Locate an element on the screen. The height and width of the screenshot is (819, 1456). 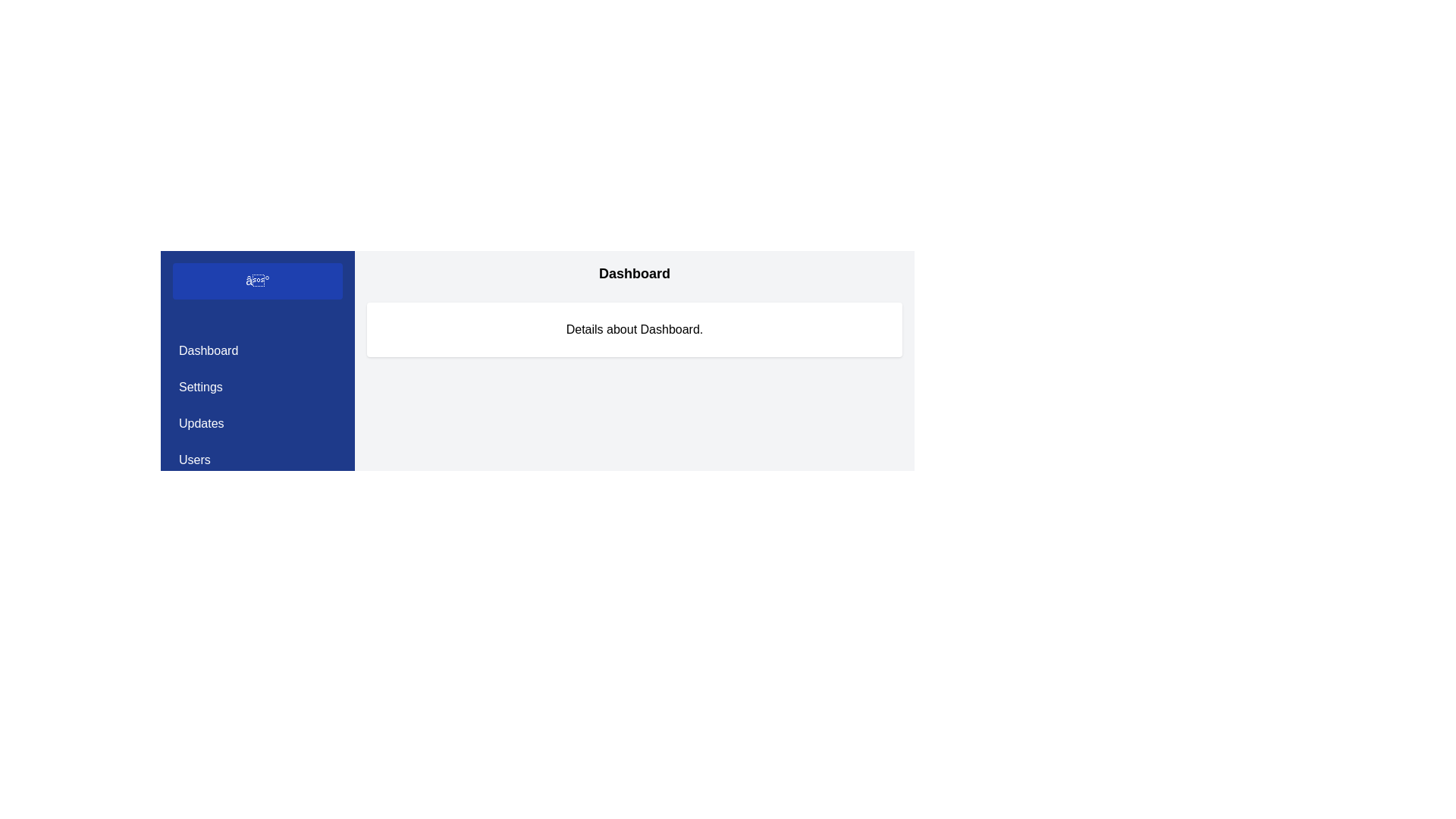
the navigation label located in the left sidebar, positioned below the 'Settings' item and above the 'Users' item is located at coordinates (200, 424).